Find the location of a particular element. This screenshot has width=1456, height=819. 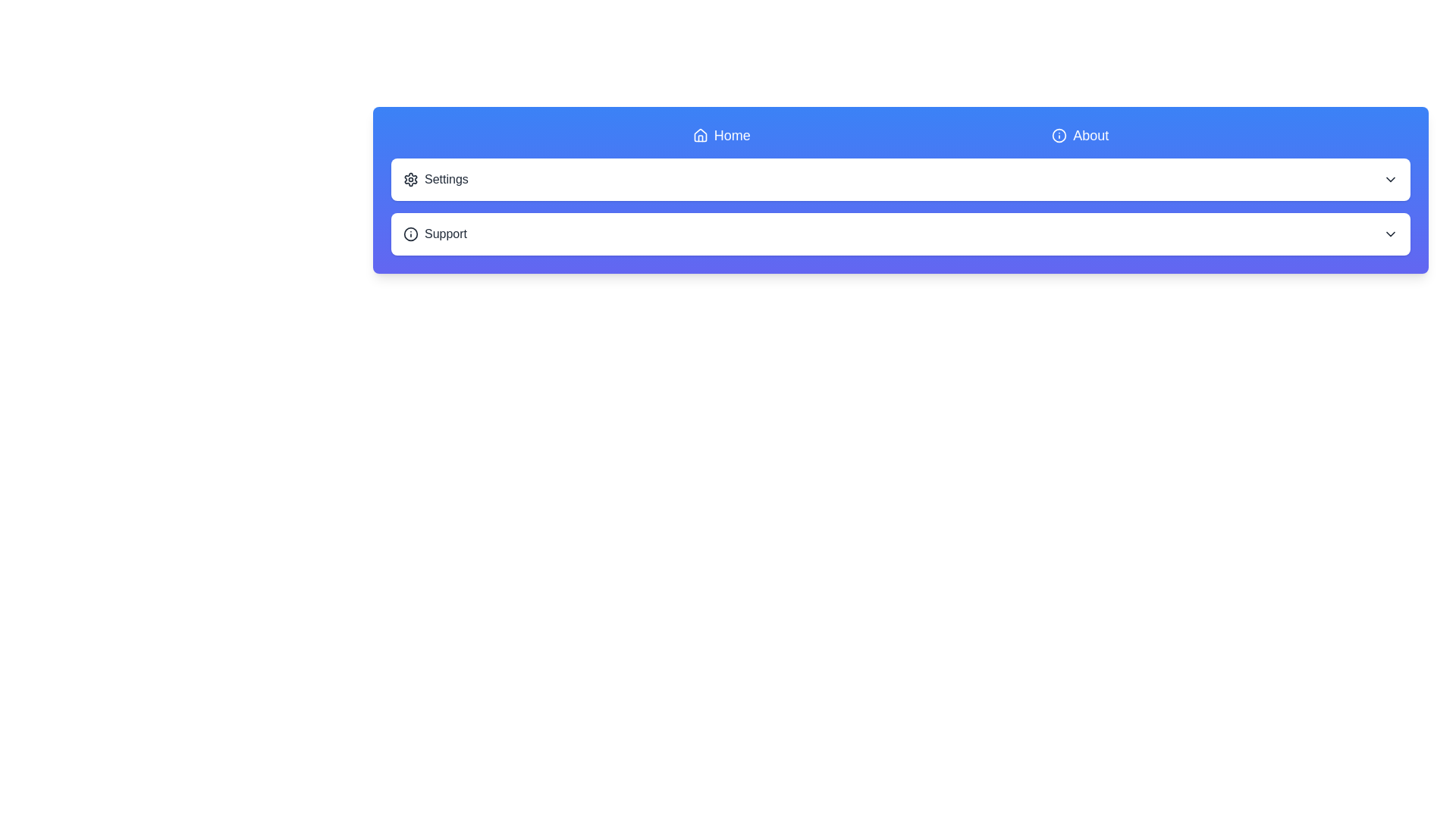

the information icon associated with the 'Support' option located to the left of the 'Support' text in the menu layout is located at coordinates (411, 234).